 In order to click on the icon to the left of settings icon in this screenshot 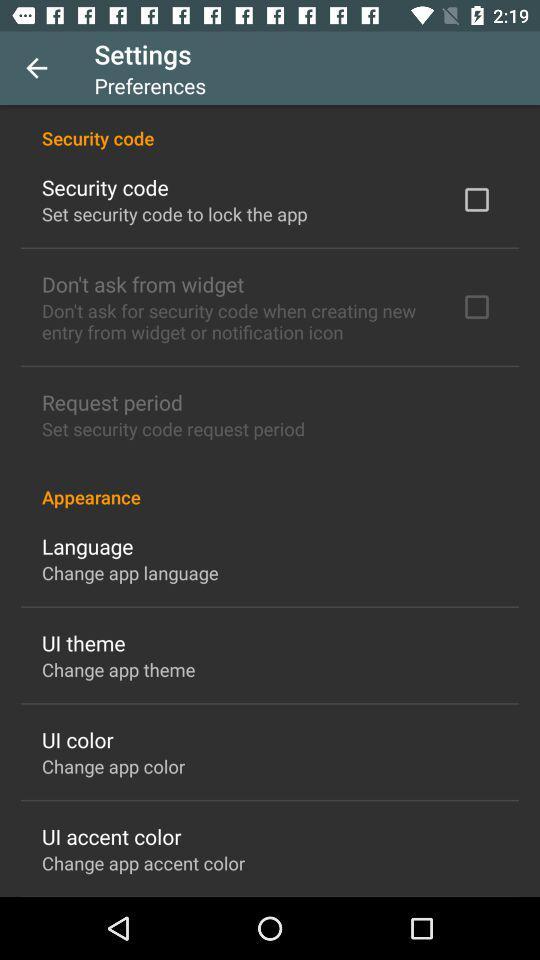, I will do `click(36, 68)`.